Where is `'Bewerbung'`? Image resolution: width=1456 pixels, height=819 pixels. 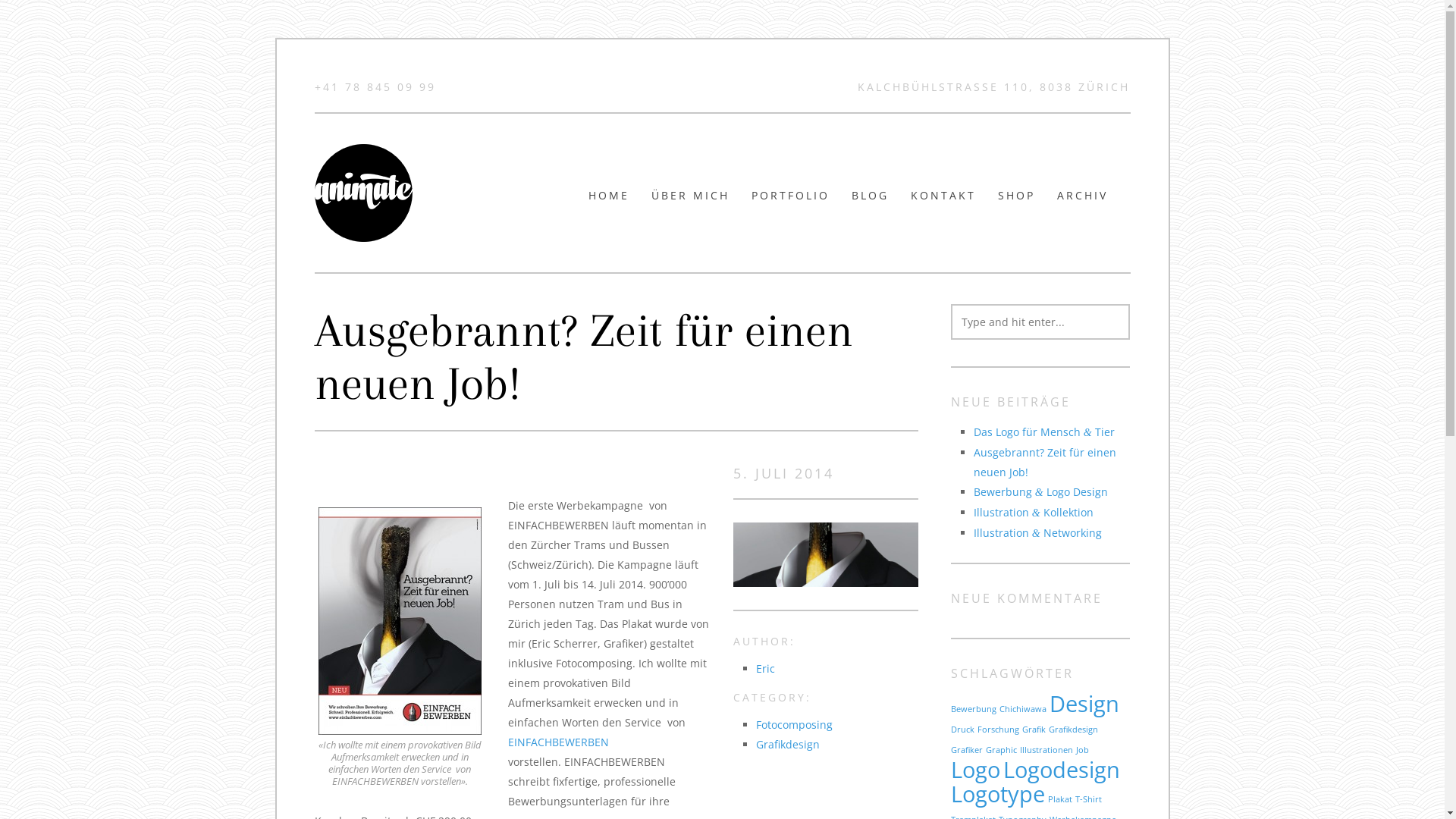 'Bewerbung' is located at coordinates (973, 708).